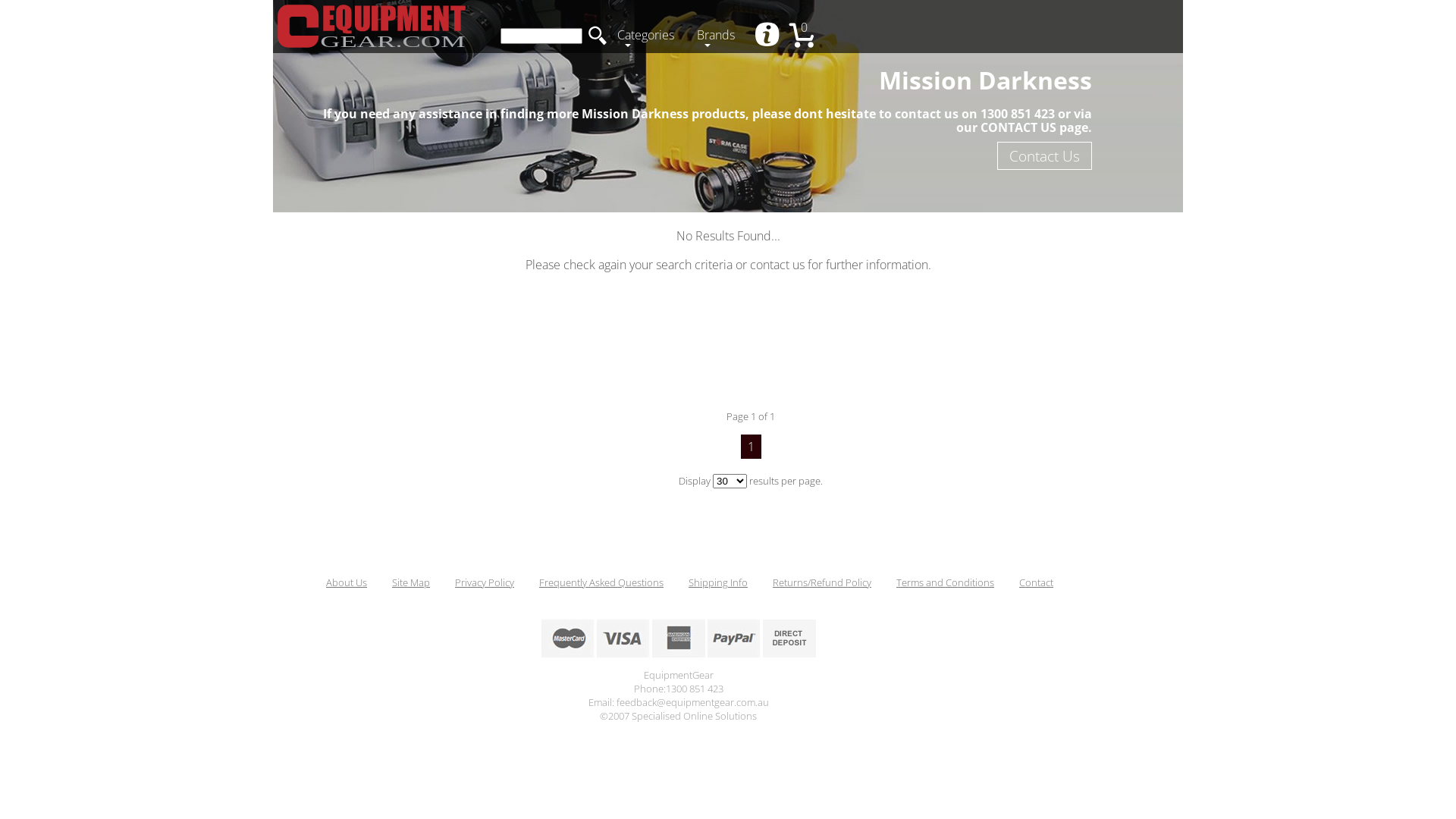 The width and height of the screenshot is (1456, 819). Describe the element at coordinates (717, 581) in the screenshot. I see `'Shipping Info'` at that location.